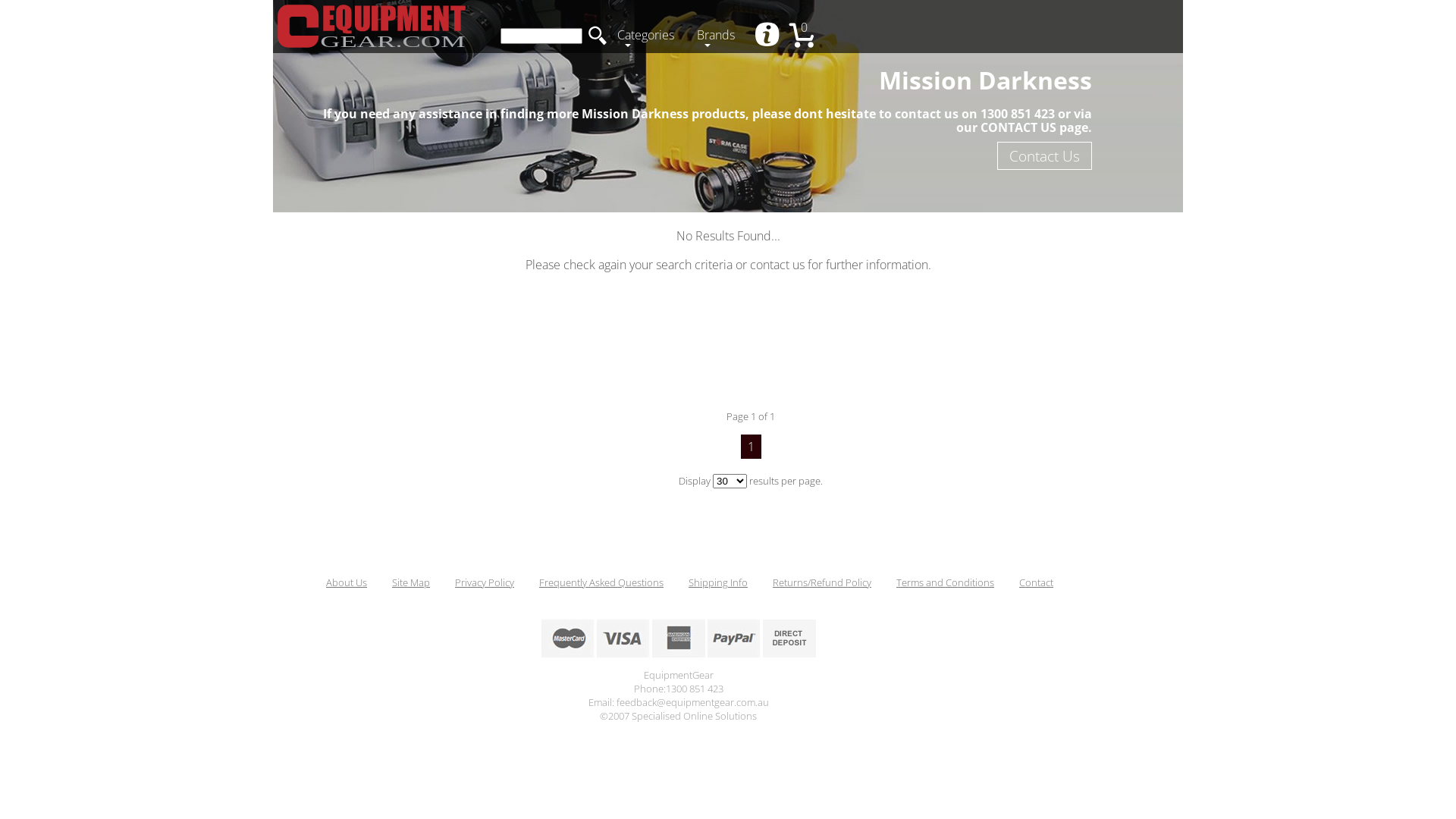 The width and height of the screenshot is (1456, 819). Describe the element at coordinates (717, 581) in the screenshot. I see `'Shipping Info'` at that location.